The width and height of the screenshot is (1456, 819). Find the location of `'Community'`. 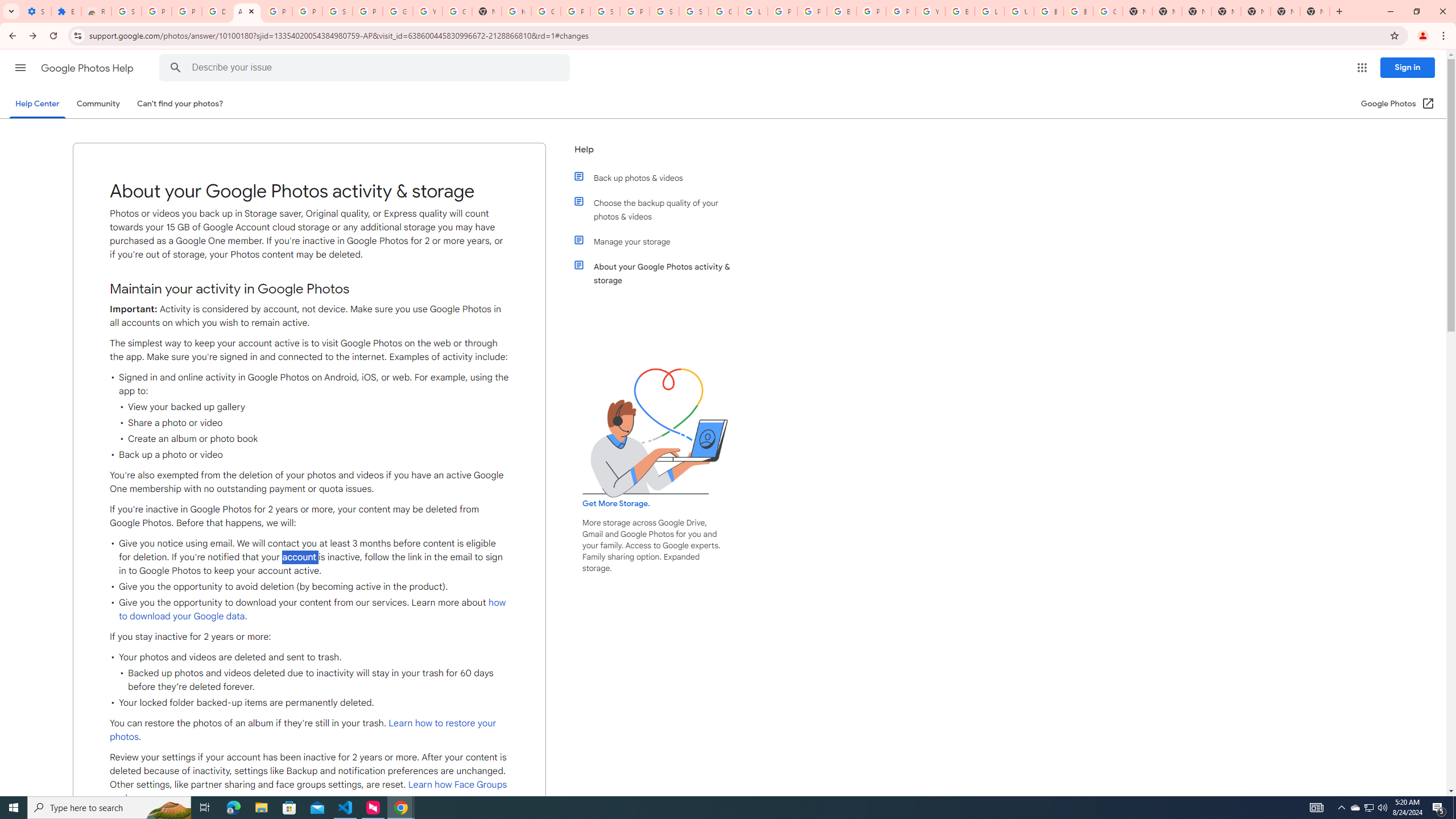

'Community' is located at coordinates (97, 103).